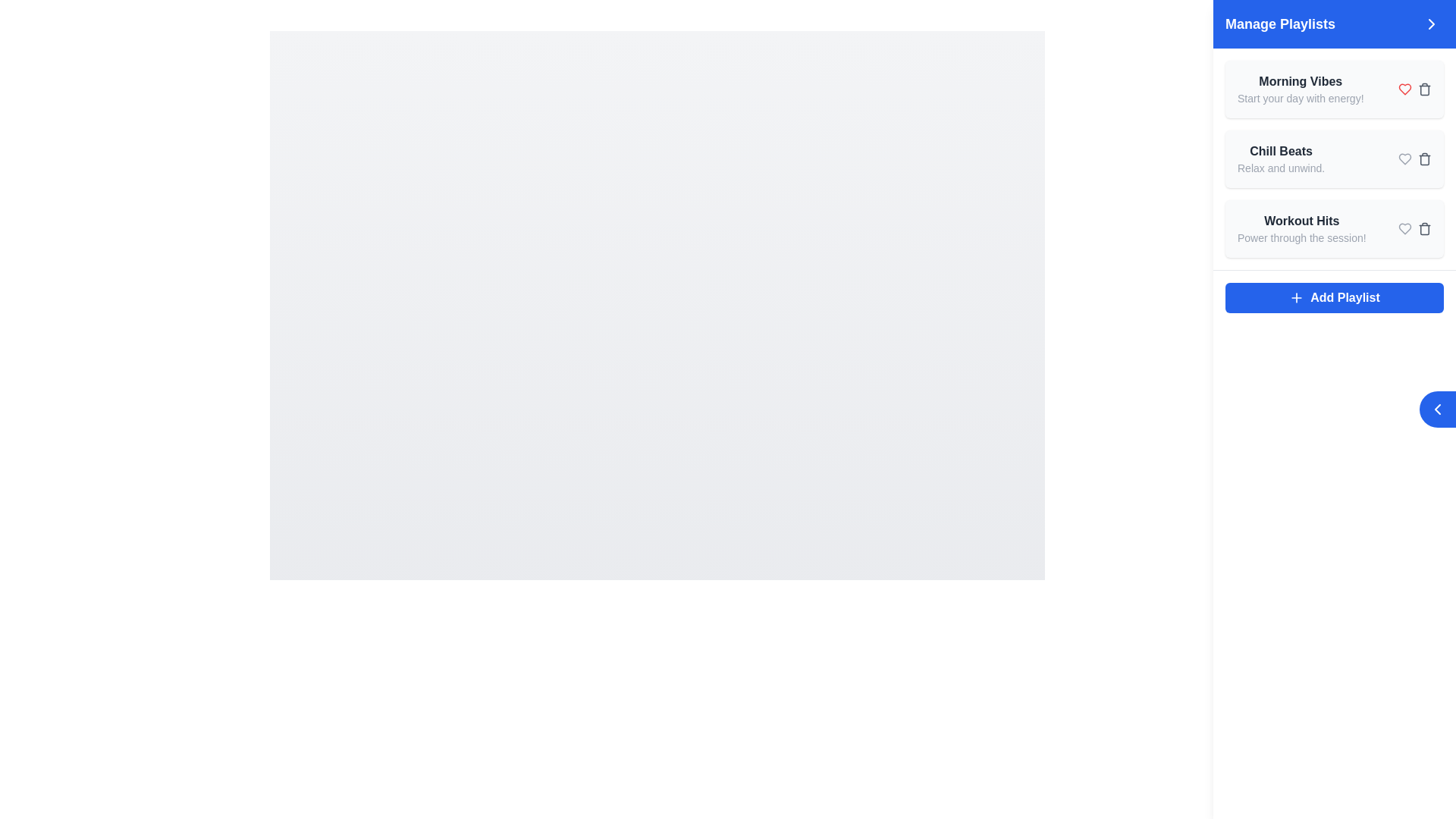  Describe the element at coordinates (1300, 89) in the screenshot. I see `the clickable playlist item with the heading 'Morning Vibes' and subheading 'Start your day with energy!' located in the 'Manage Playlists' section` at that location.